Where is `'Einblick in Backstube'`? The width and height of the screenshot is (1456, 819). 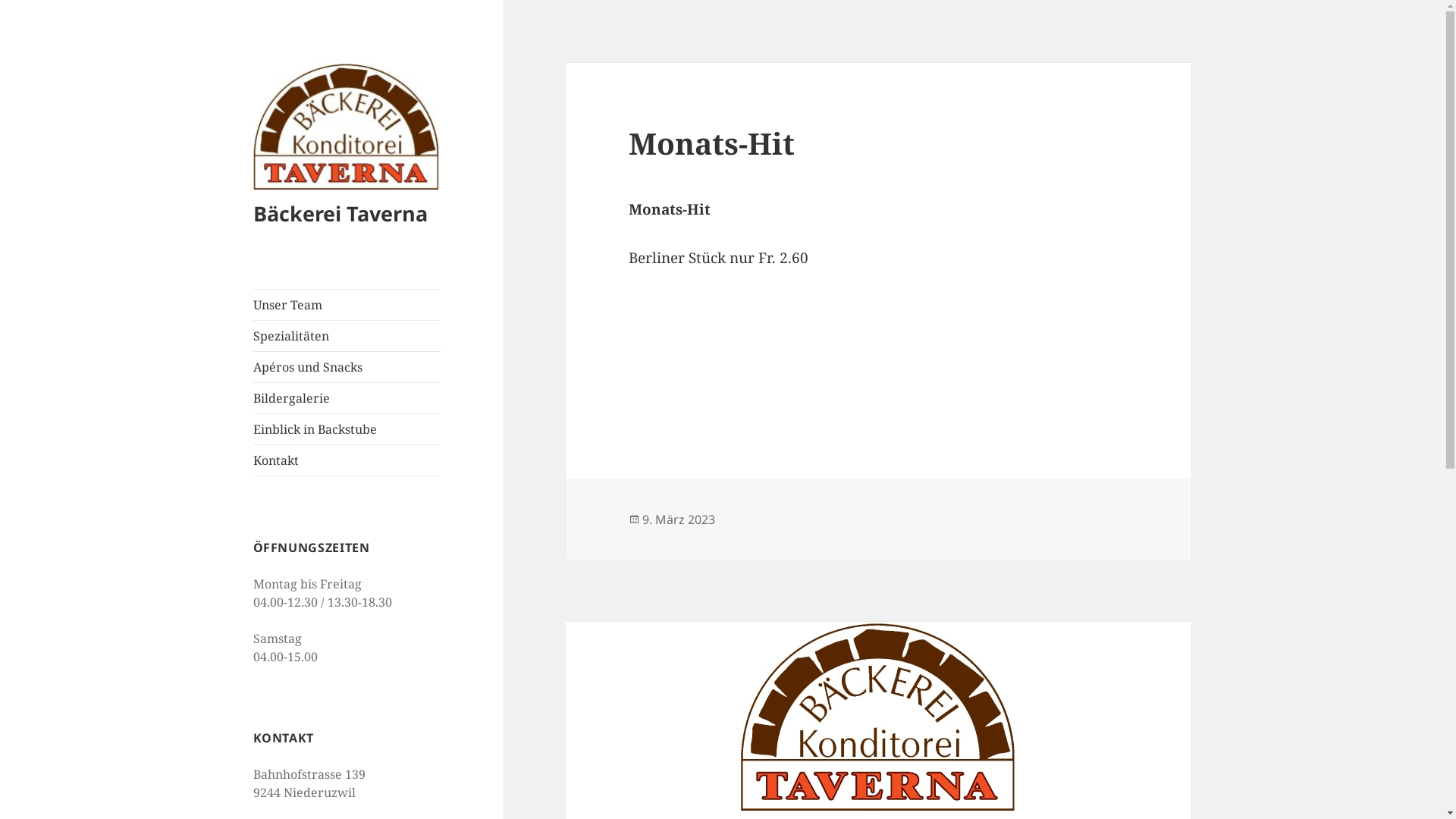 'Einblick in Backstube' is located at coordinates (253, 429).